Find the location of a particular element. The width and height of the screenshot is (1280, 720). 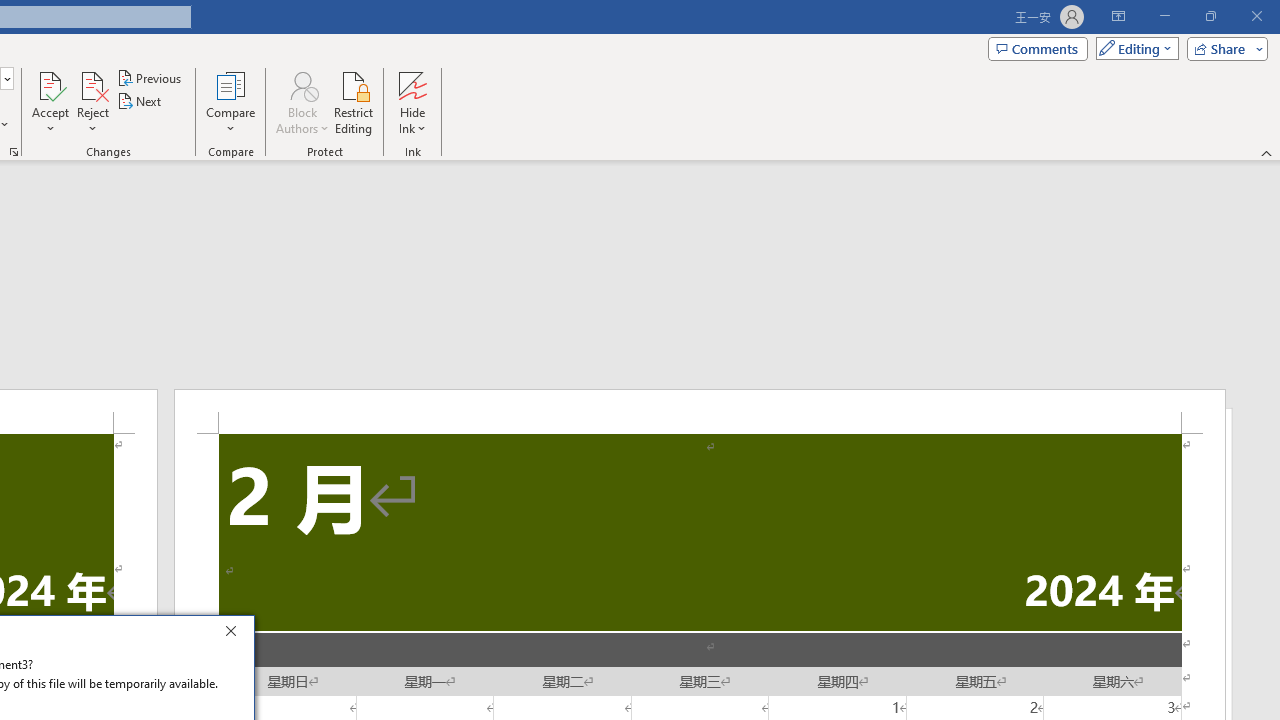

'Reject and Move to Next' is located at coordinates (91, 84).